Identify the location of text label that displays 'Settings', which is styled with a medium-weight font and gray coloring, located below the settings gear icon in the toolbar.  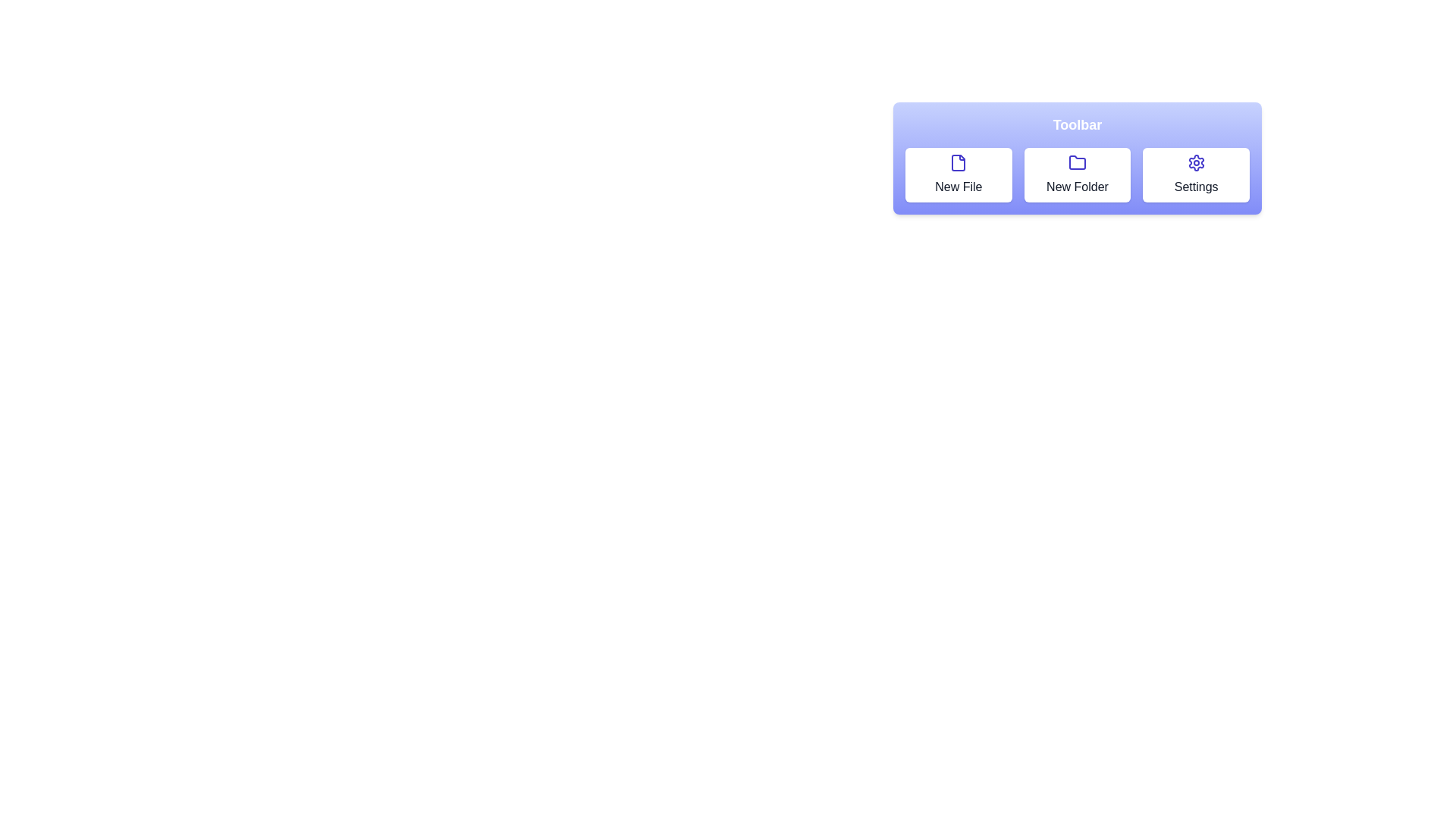
(1195, 186).